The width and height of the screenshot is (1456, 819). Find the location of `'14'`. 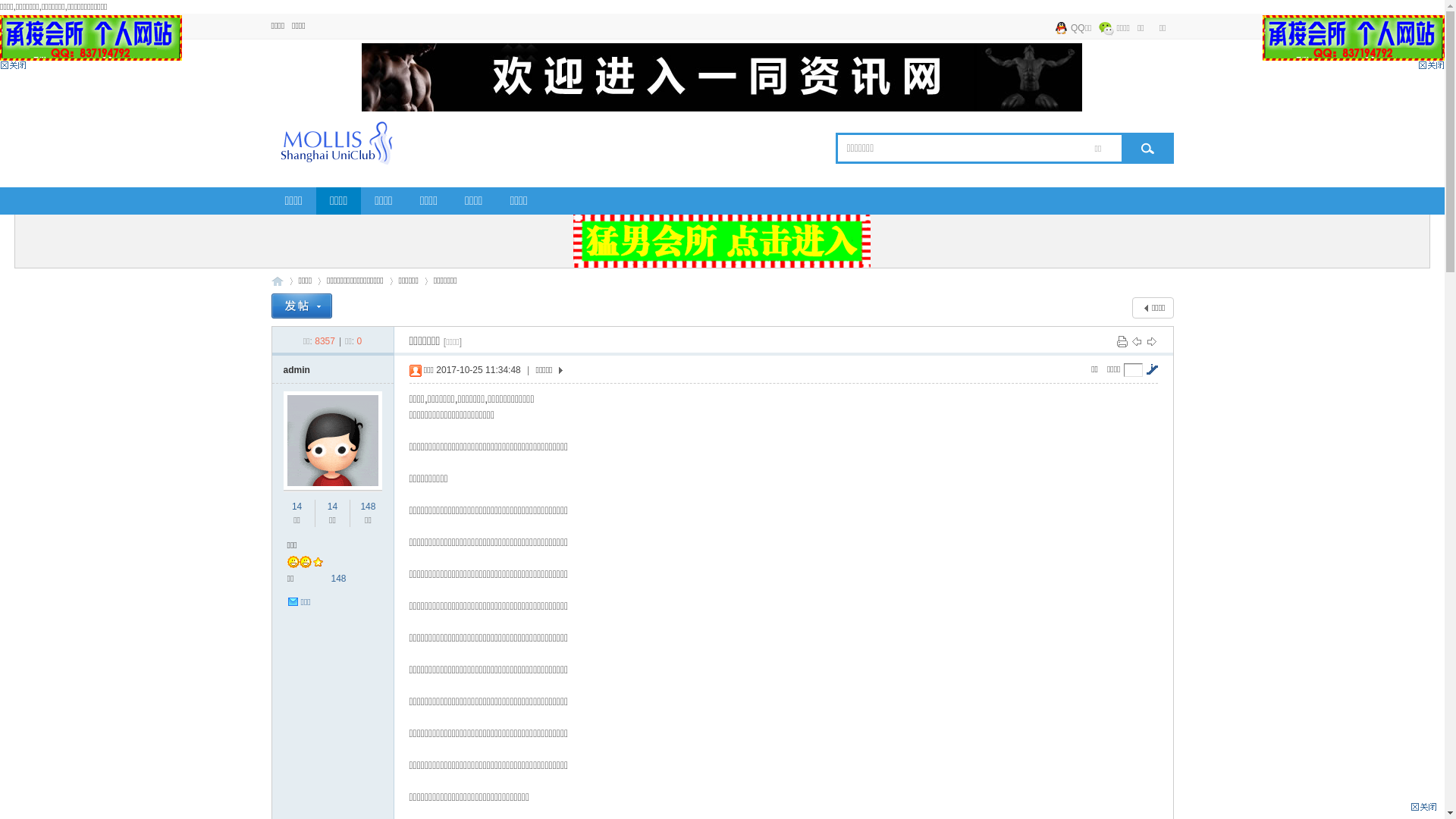

'14' is located at coordinates (297, 506).